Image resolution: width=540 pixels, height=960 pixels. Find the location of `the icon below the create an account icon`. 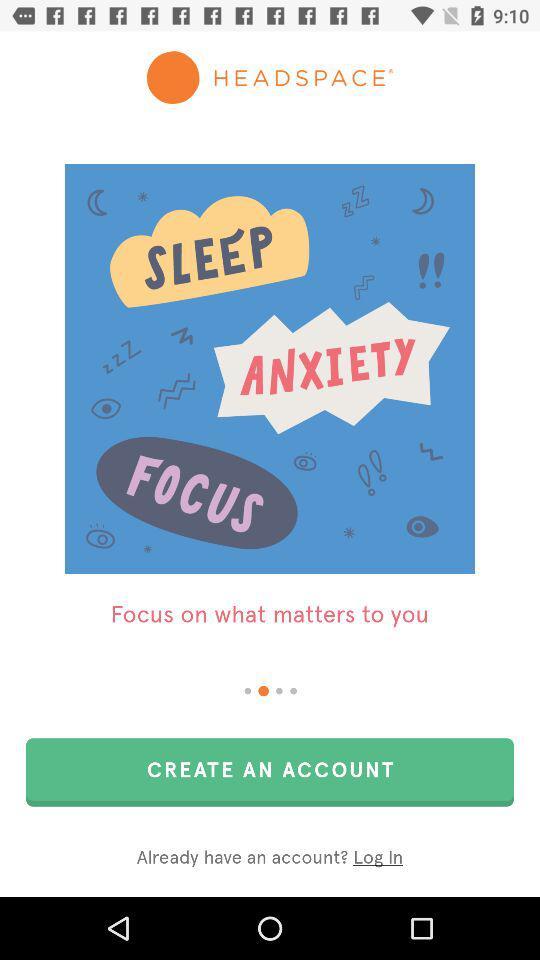

the icon below the create an account icon is located at coordinates (270, 857).